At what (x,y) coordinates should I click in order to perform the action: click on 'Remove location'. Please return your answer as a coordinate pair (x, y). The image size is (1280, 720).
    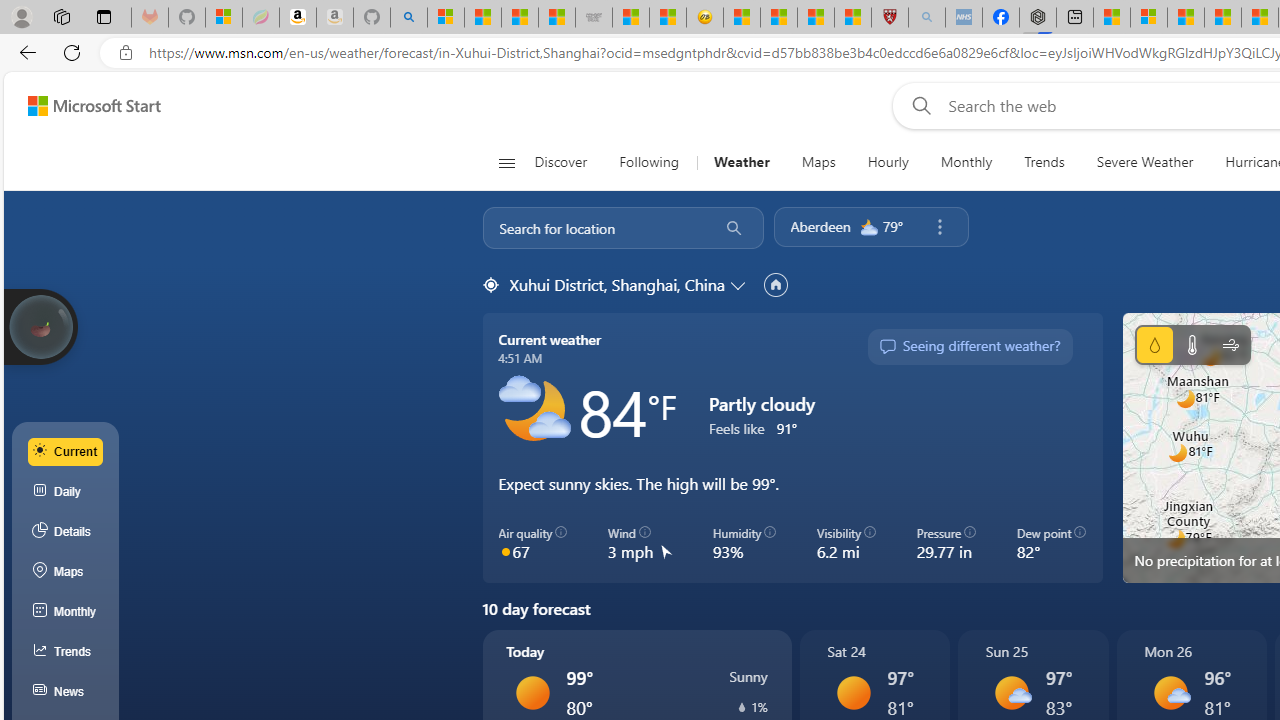
    Looking at the image, I should click on (938, 226).